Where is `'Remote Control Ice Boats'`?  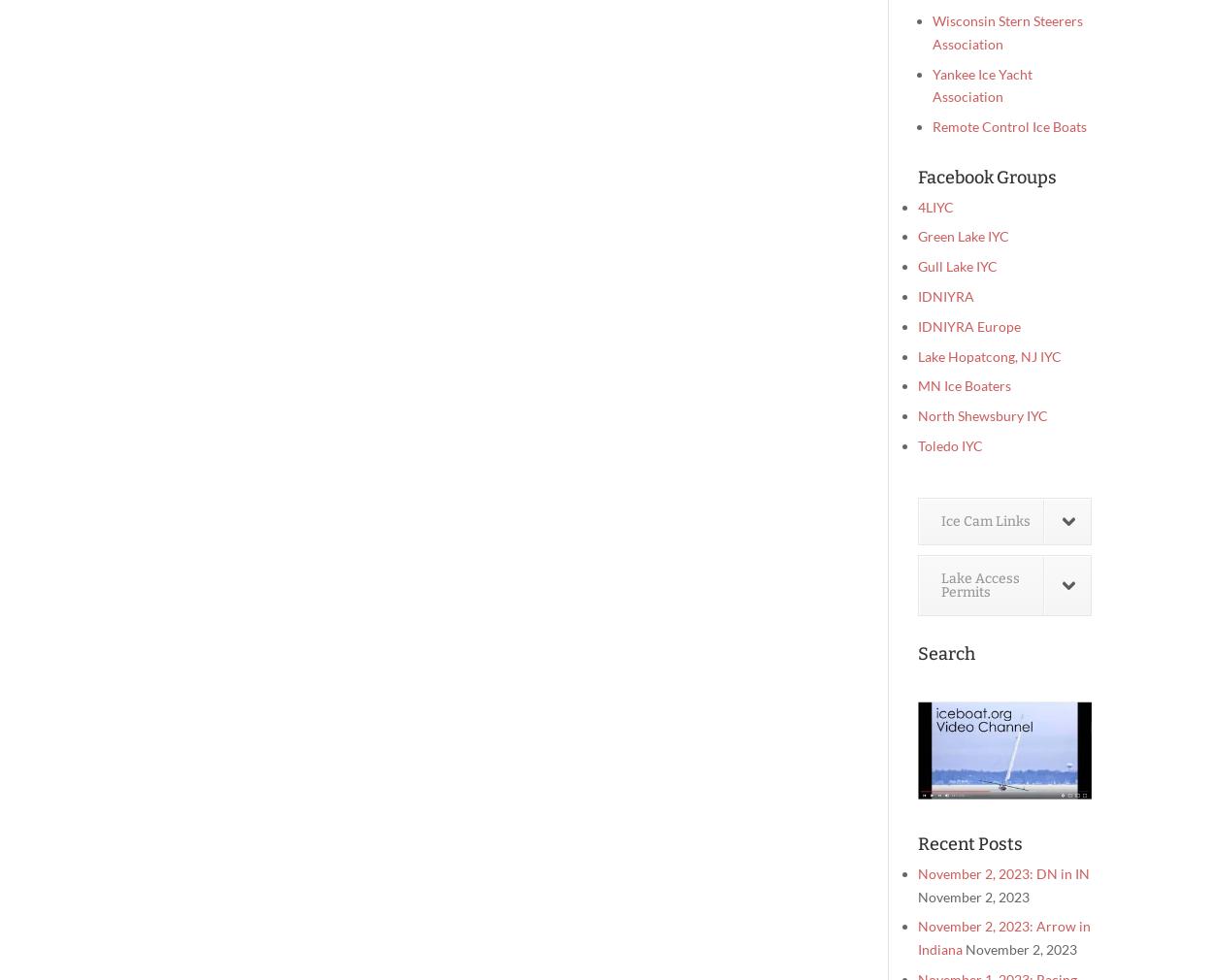
'Remote Control Ice Boats' is located at coordinates (1009, 125).